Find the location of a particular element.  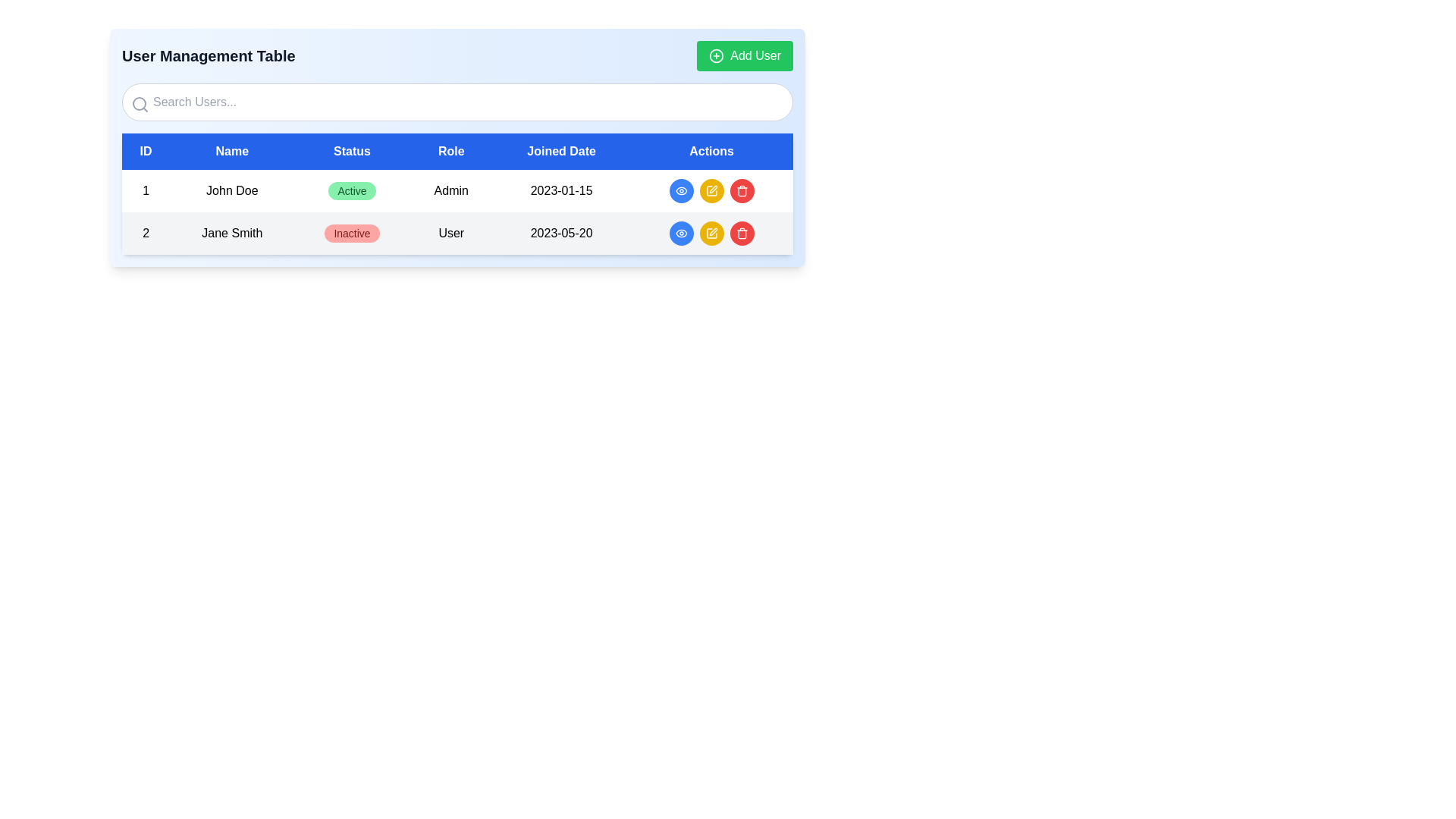

the 'Edit' button in the first row of the user table is located at coordinates (711, 190).